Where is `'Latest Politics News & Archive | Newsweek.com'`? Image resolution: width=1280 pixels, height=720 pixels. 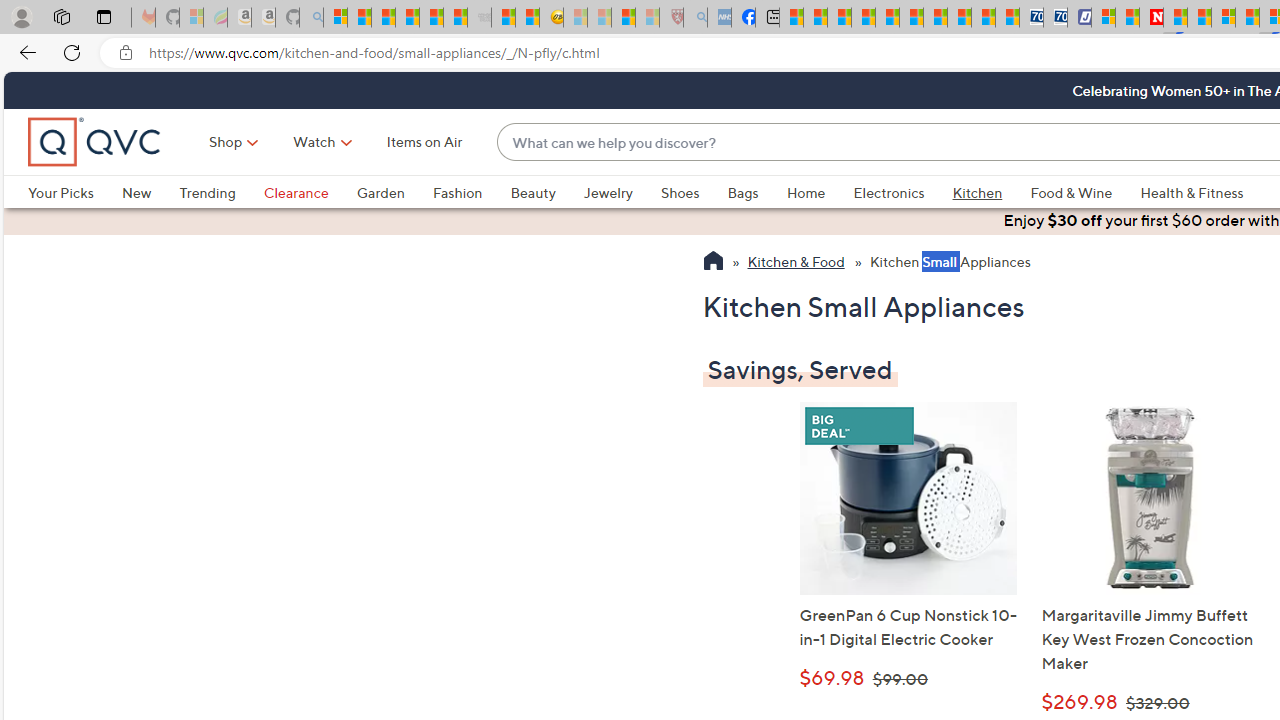
'Latest Politics News & Archive | Newsweek.com' is located at coordinates (1152, 17).